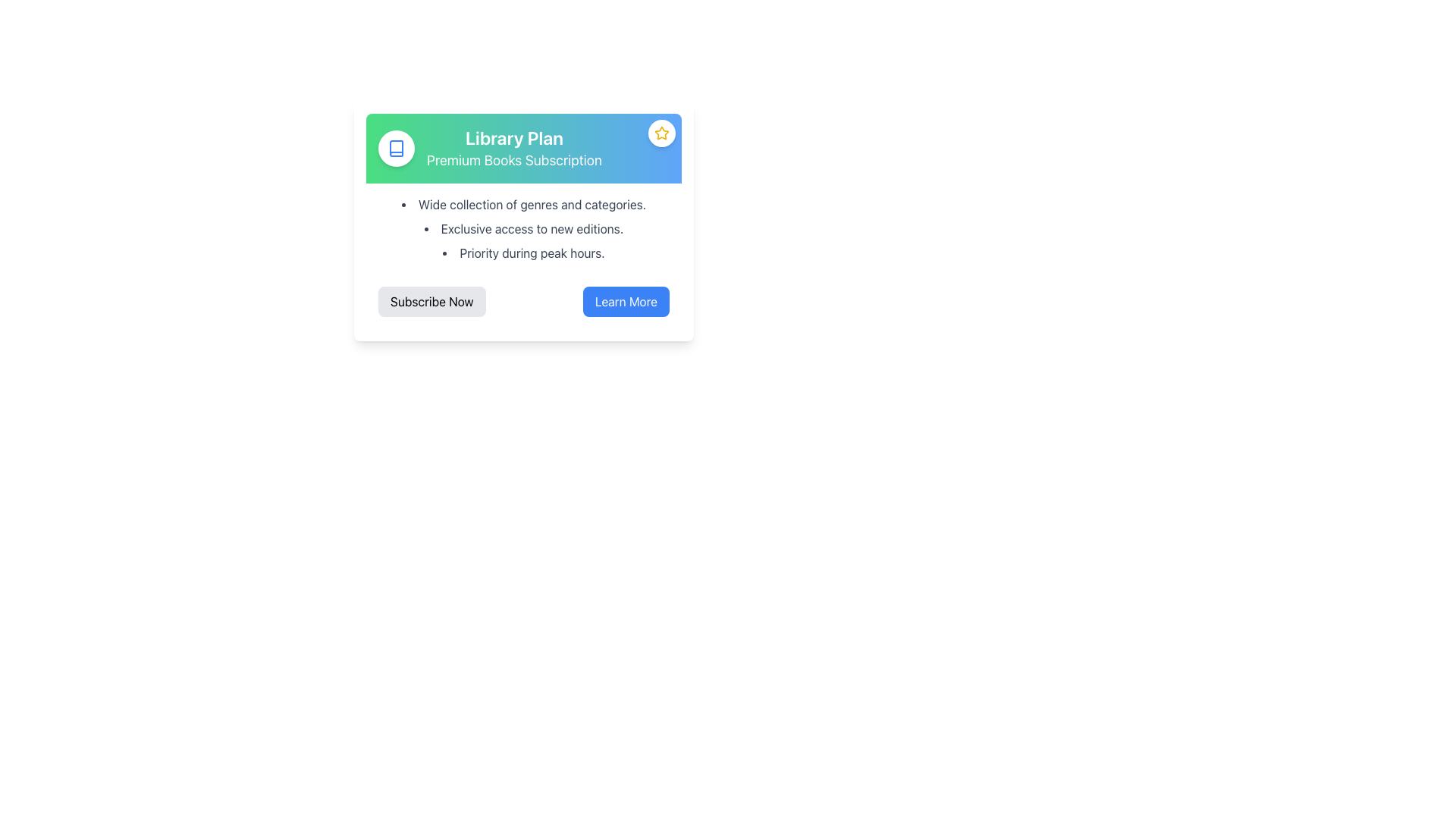 This screenshot has width=1456, height=819. What do you see at coordinates (524, 228) in the screenshot?
I see `the Text List element that displays services in bullet points, located in the center of a white card below the 'Library Plan' and 'Premium Books Subscription' titles` at bounding box center [524, 228].